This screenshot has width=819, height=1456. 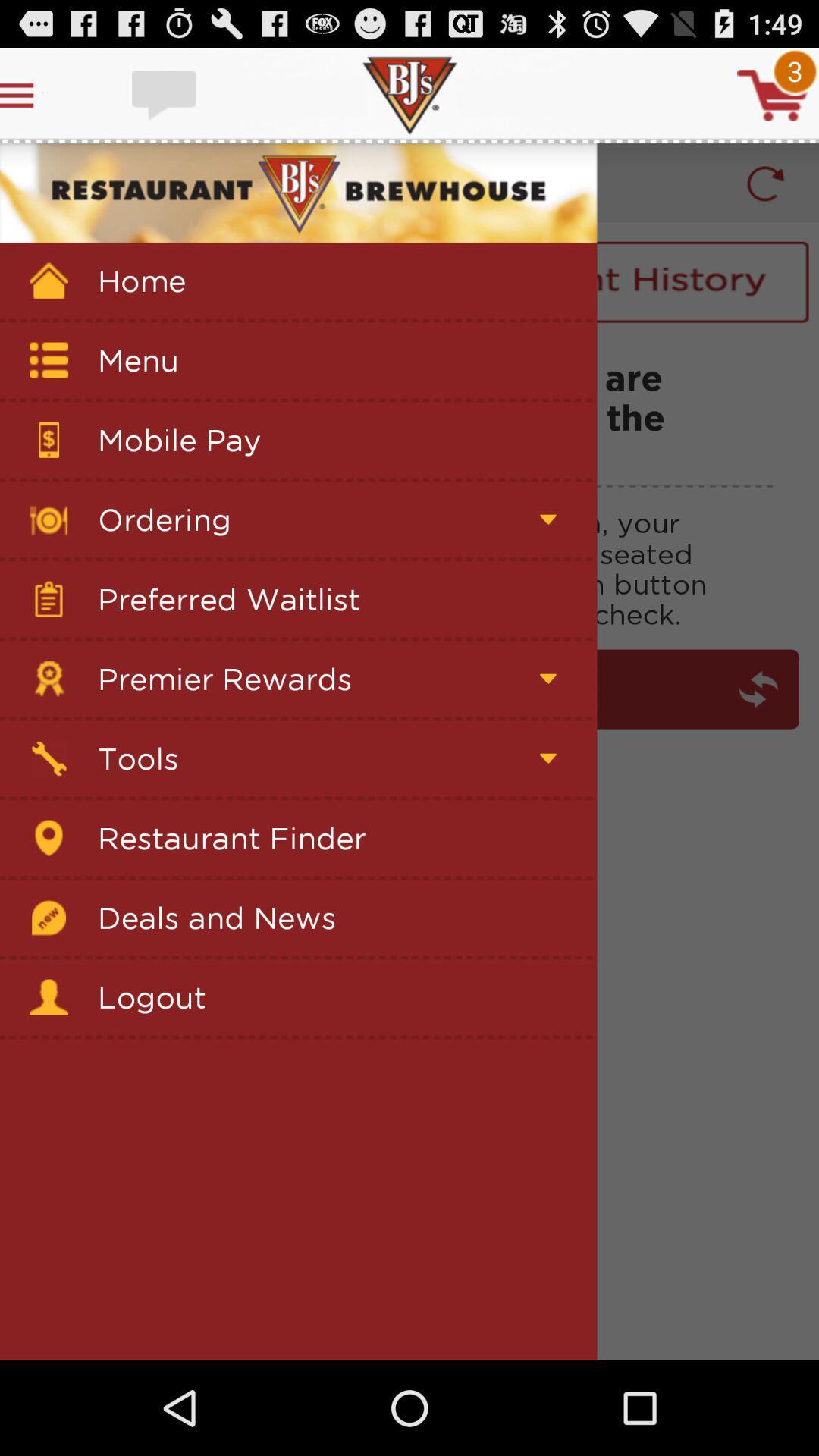 I want to click on tools icon on the page, so click(x=49, y=758).